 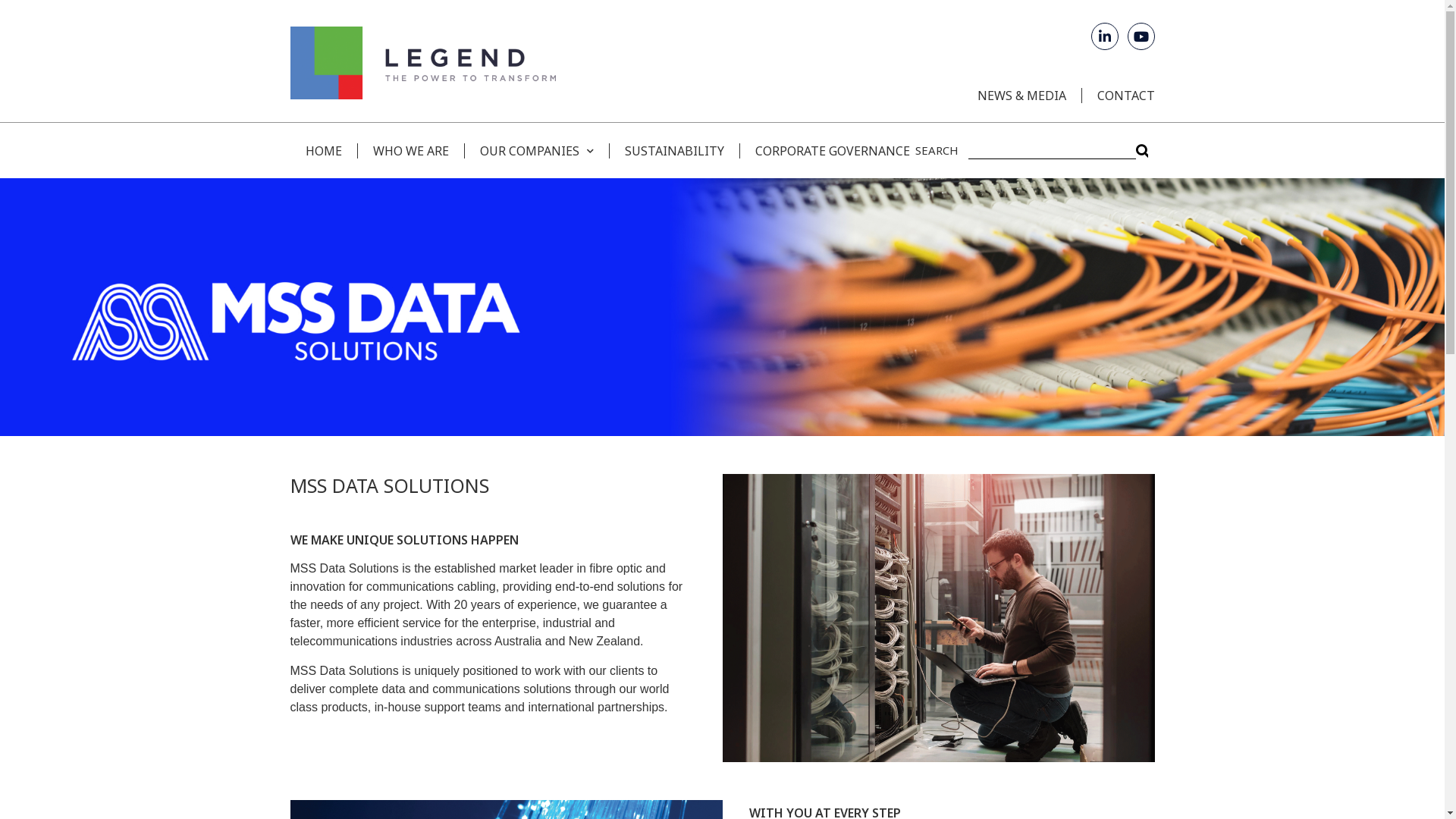 I want to click on 'CORPORATE GOVERNANCE', so click(x=823, y=149).